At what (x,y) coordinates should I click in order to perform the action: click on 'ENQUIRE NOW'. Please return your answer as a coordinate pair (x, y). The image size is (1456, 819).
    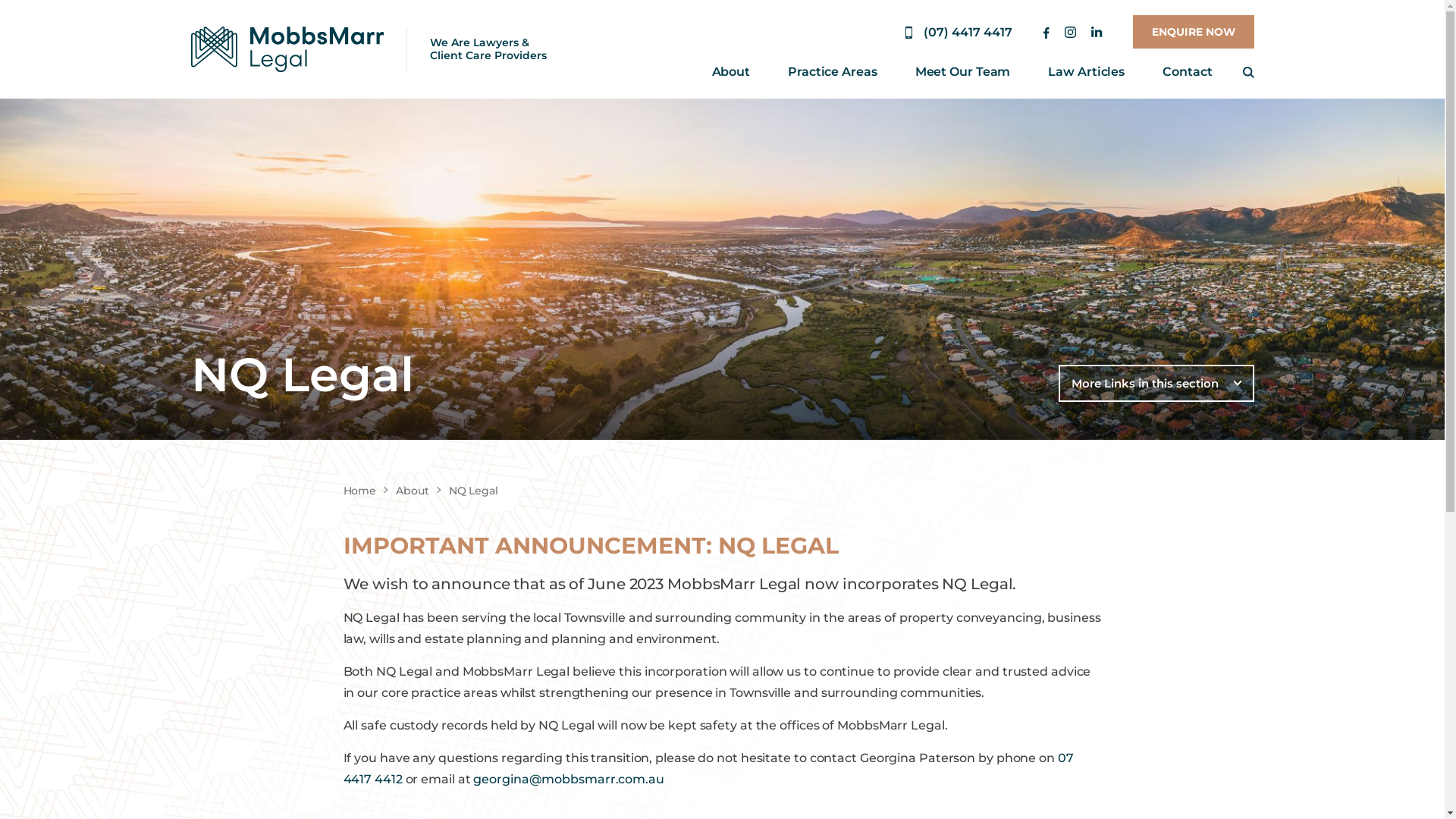
    Looking at the image, I should click on (1193, 32).